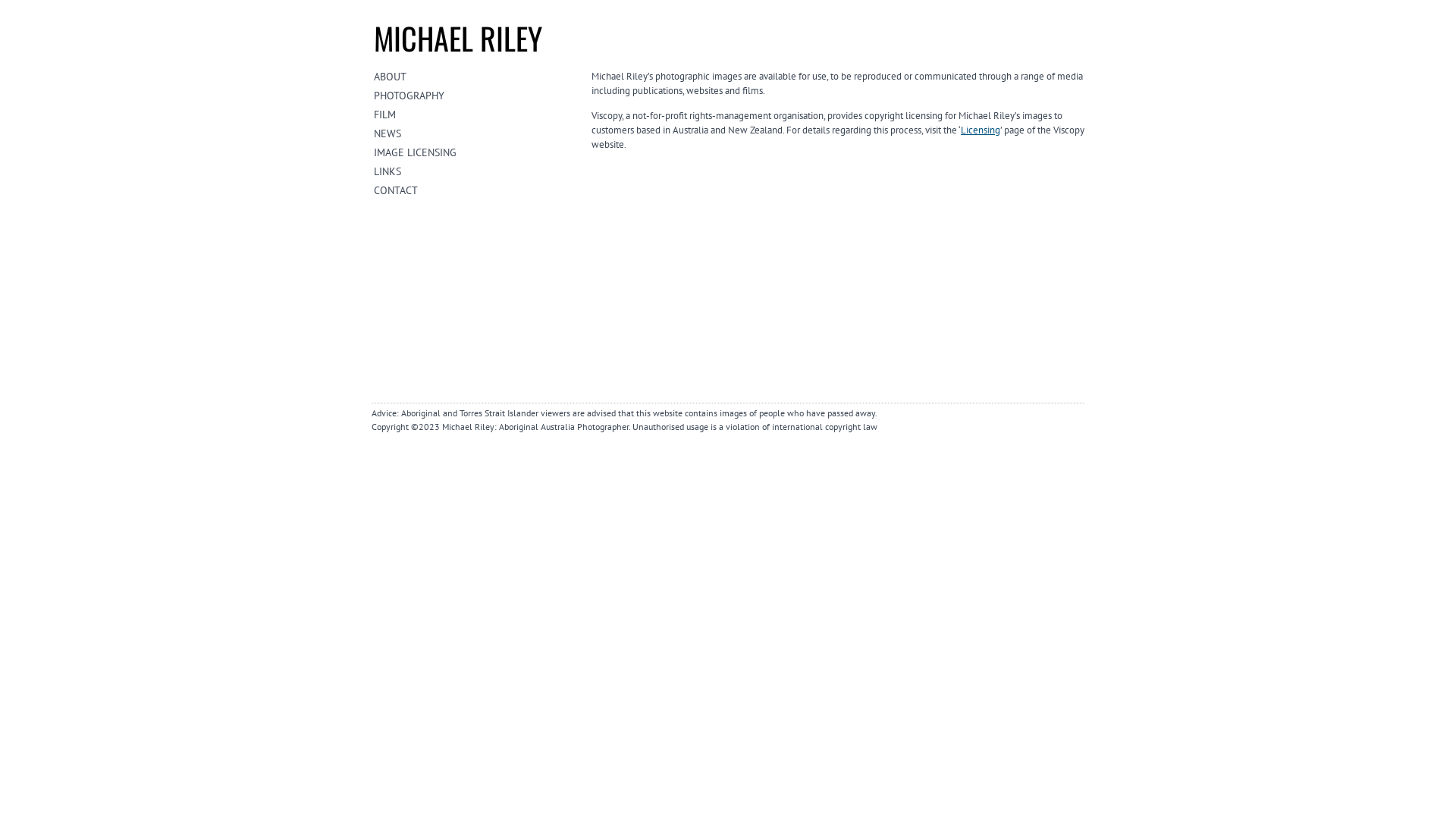 The width and height of the screenshot is (1456, 819). What do you see at coordinates (457, 37) in the screenshot?
I see `'MICHAEL RILEY'` at bounding box center [457, 37].